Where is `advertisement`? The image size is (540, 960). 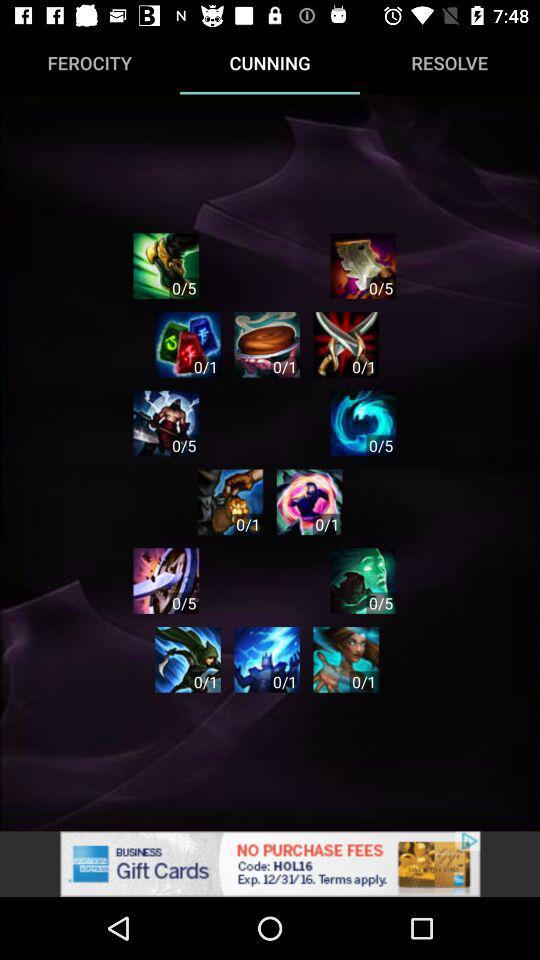
advertisement is located at coordinates (362, 265).